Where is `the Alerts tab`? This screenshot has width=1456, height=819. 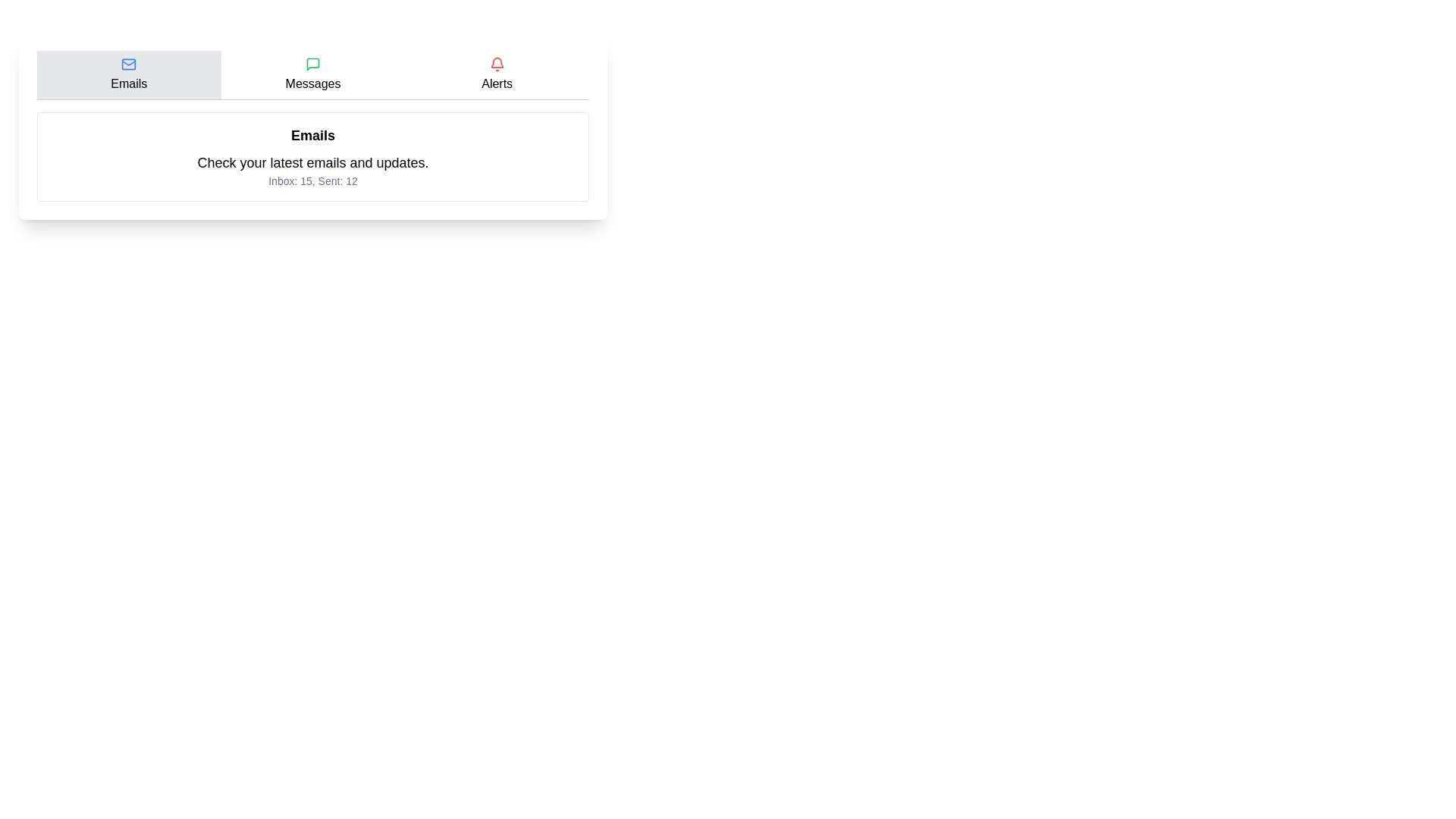 the Alerts tab is located at coordinates (497, 75).